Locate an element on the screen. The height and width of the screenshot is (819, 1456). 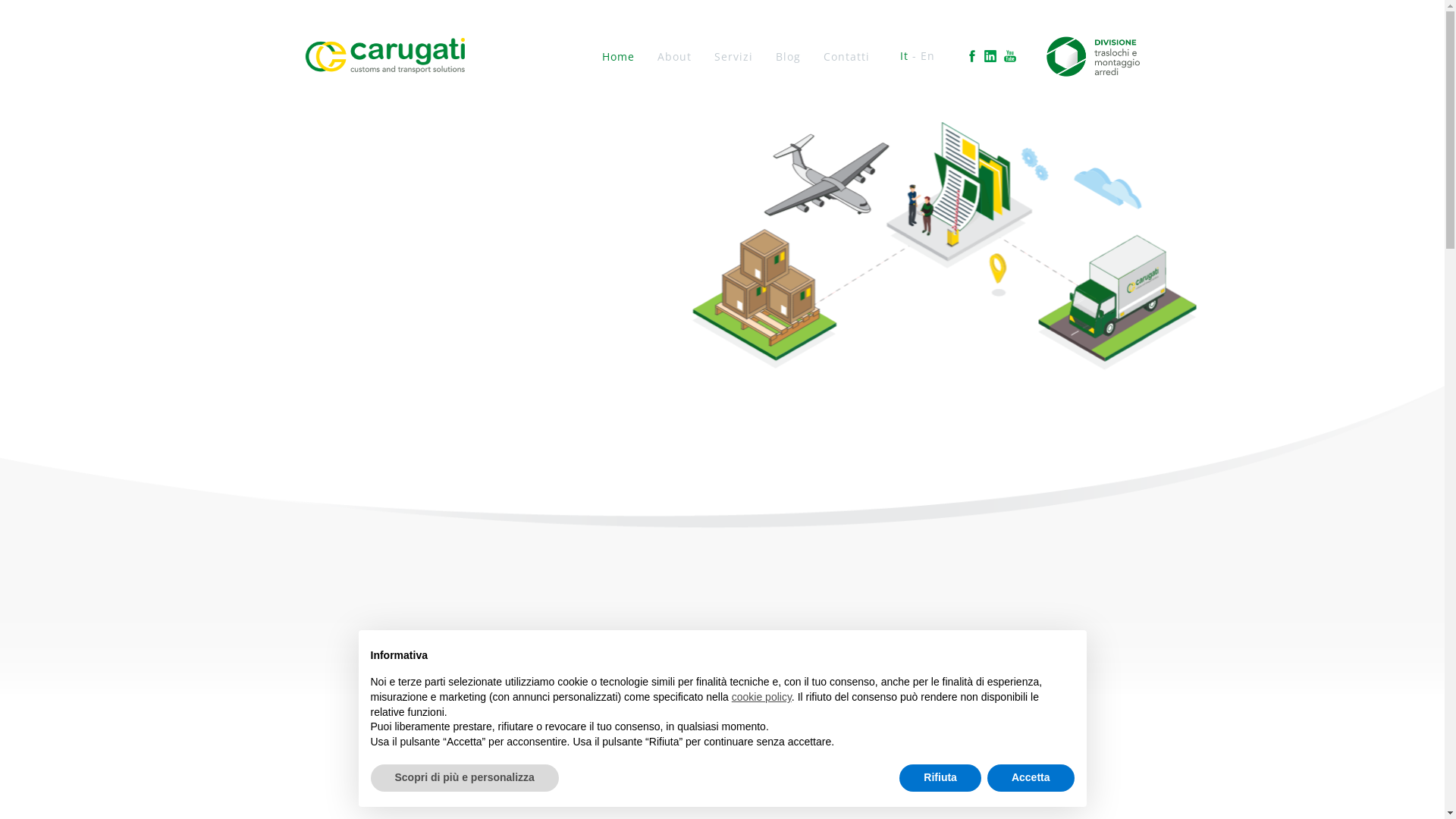
'cookie policy' is located at coordinates (731, 696).